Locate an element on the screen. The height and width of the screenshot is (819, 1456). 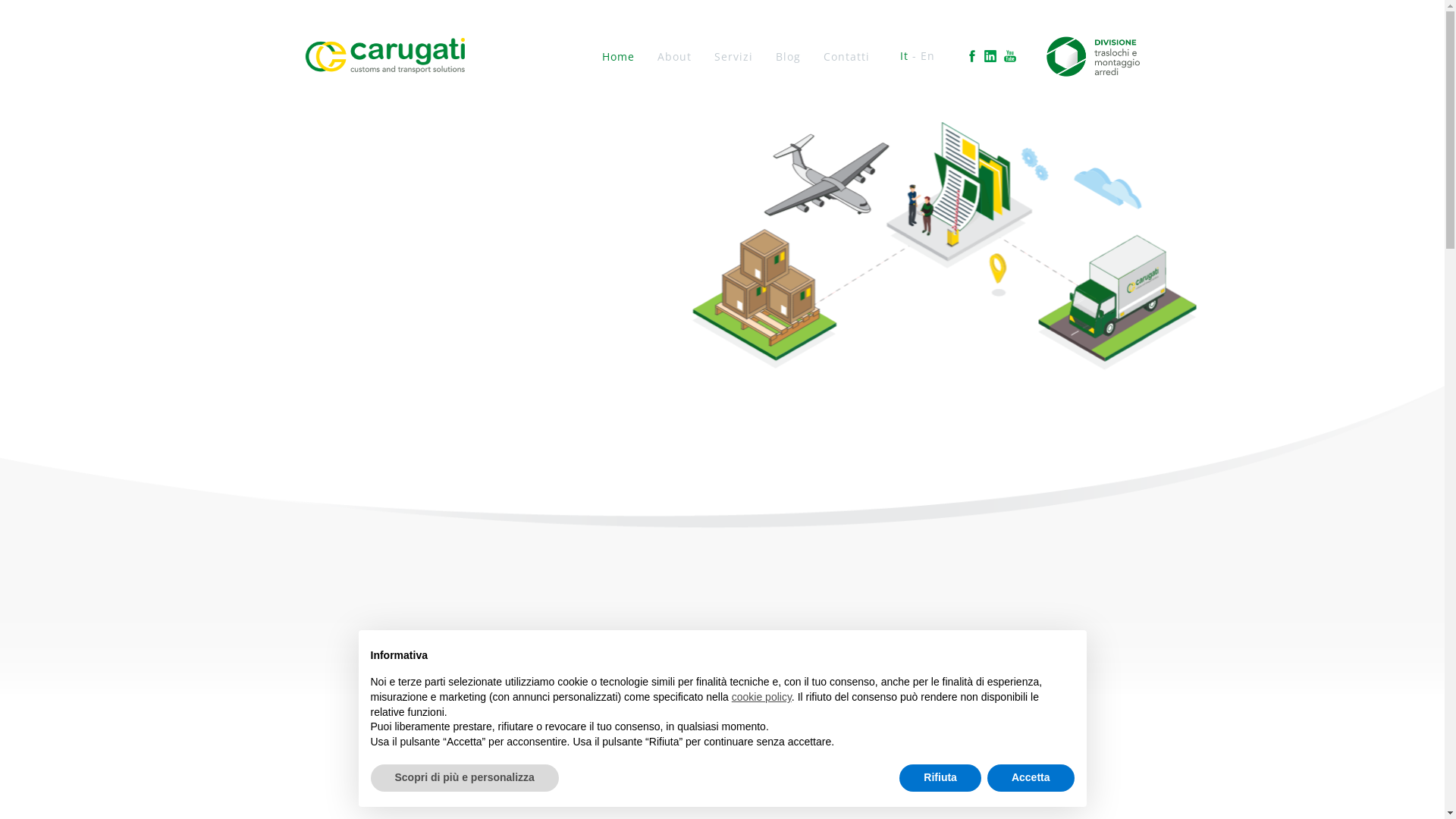
'cookie policy' is located at coordinates (731, 696).